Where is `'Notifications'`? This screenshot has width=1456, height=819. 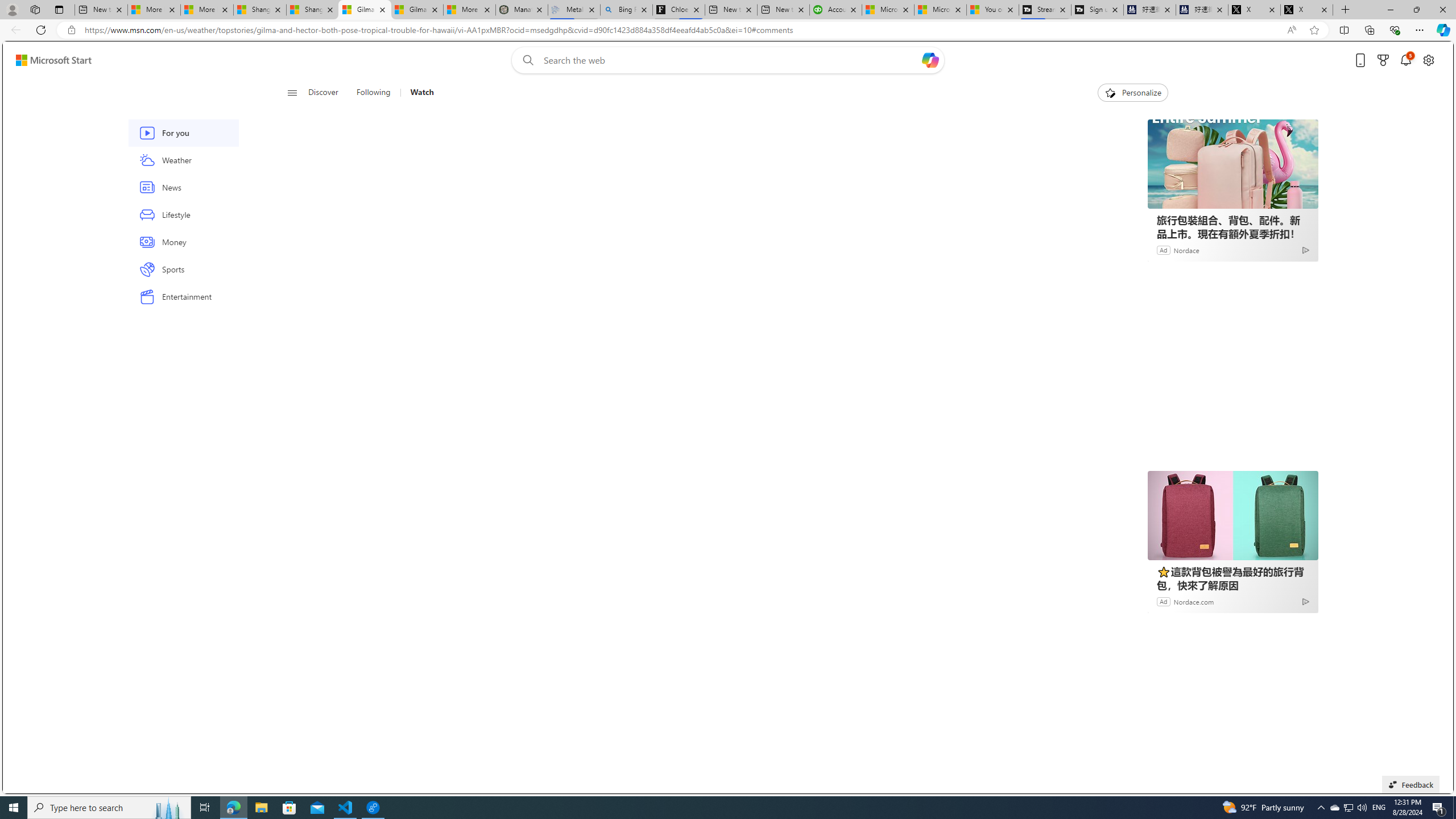
'Notifications' is located at coordinates (1405, 60).